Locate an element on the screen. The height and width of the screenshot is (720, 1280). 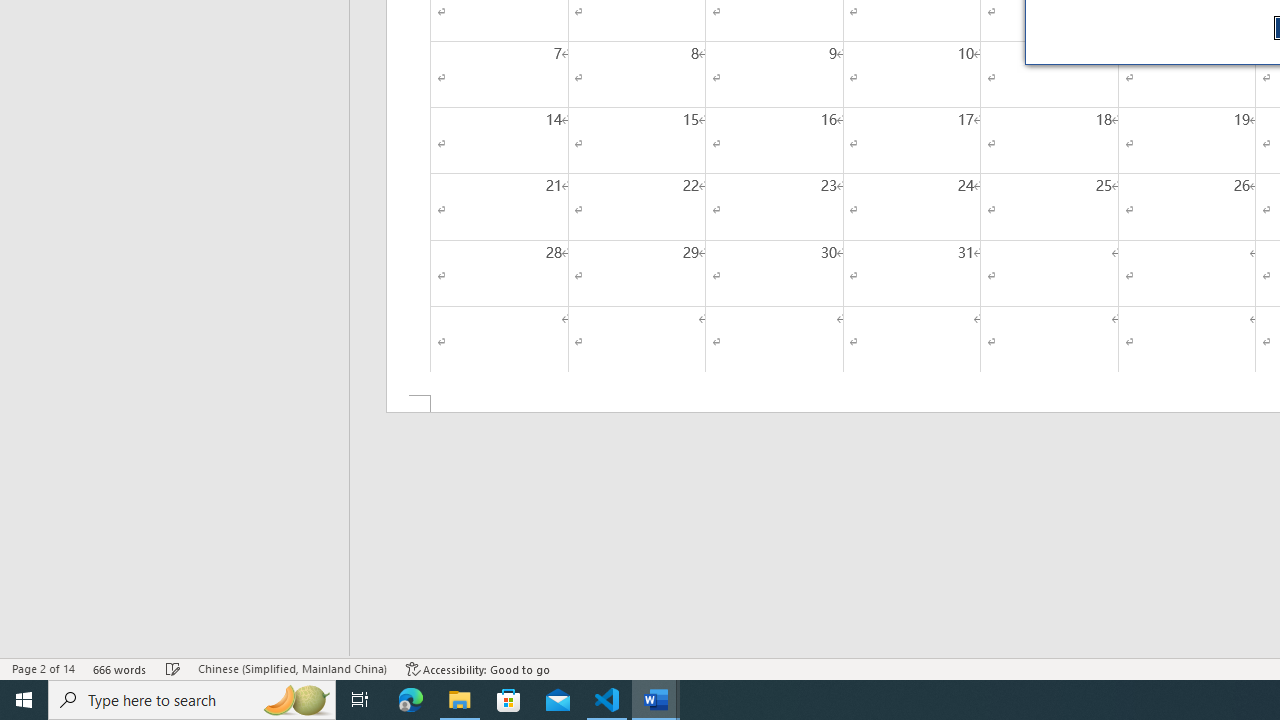
'Spelling and Grammar Check Checking' is located at coordinates (173, 669).